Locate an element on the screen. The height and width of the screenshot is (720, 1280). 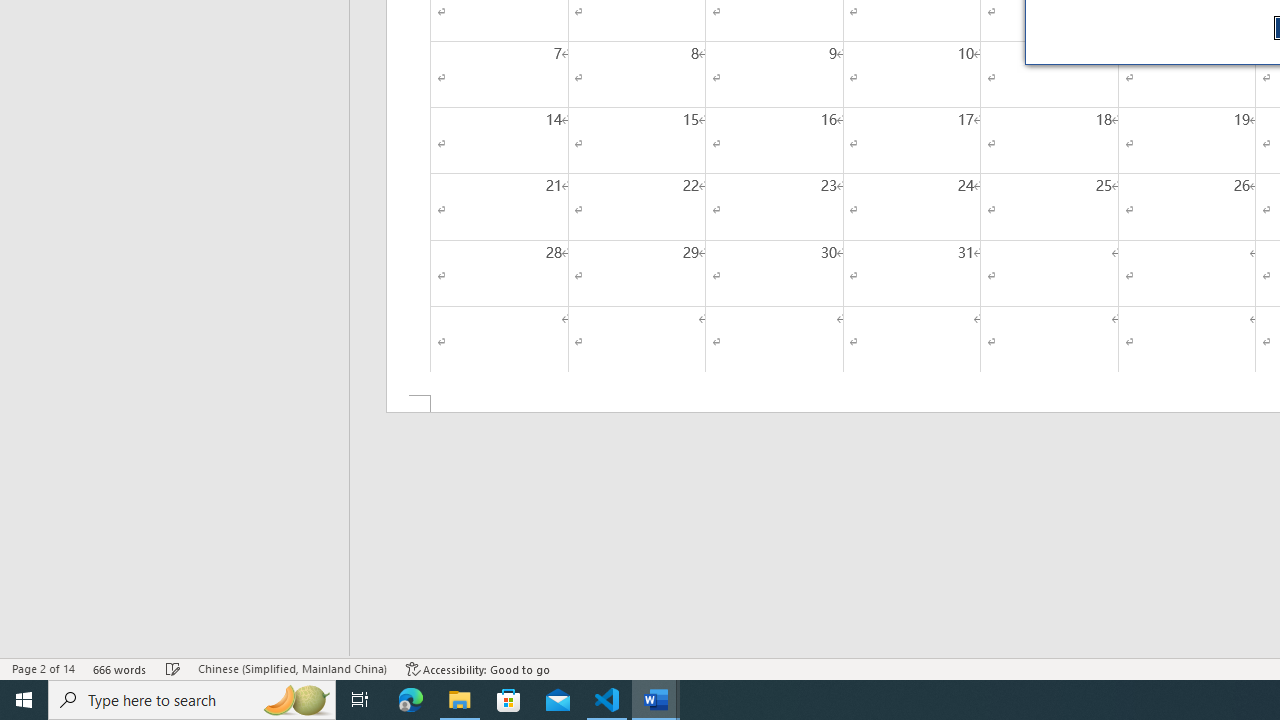
'Spelling and Grammar Check Checking' is located at coordinates (173, 669).